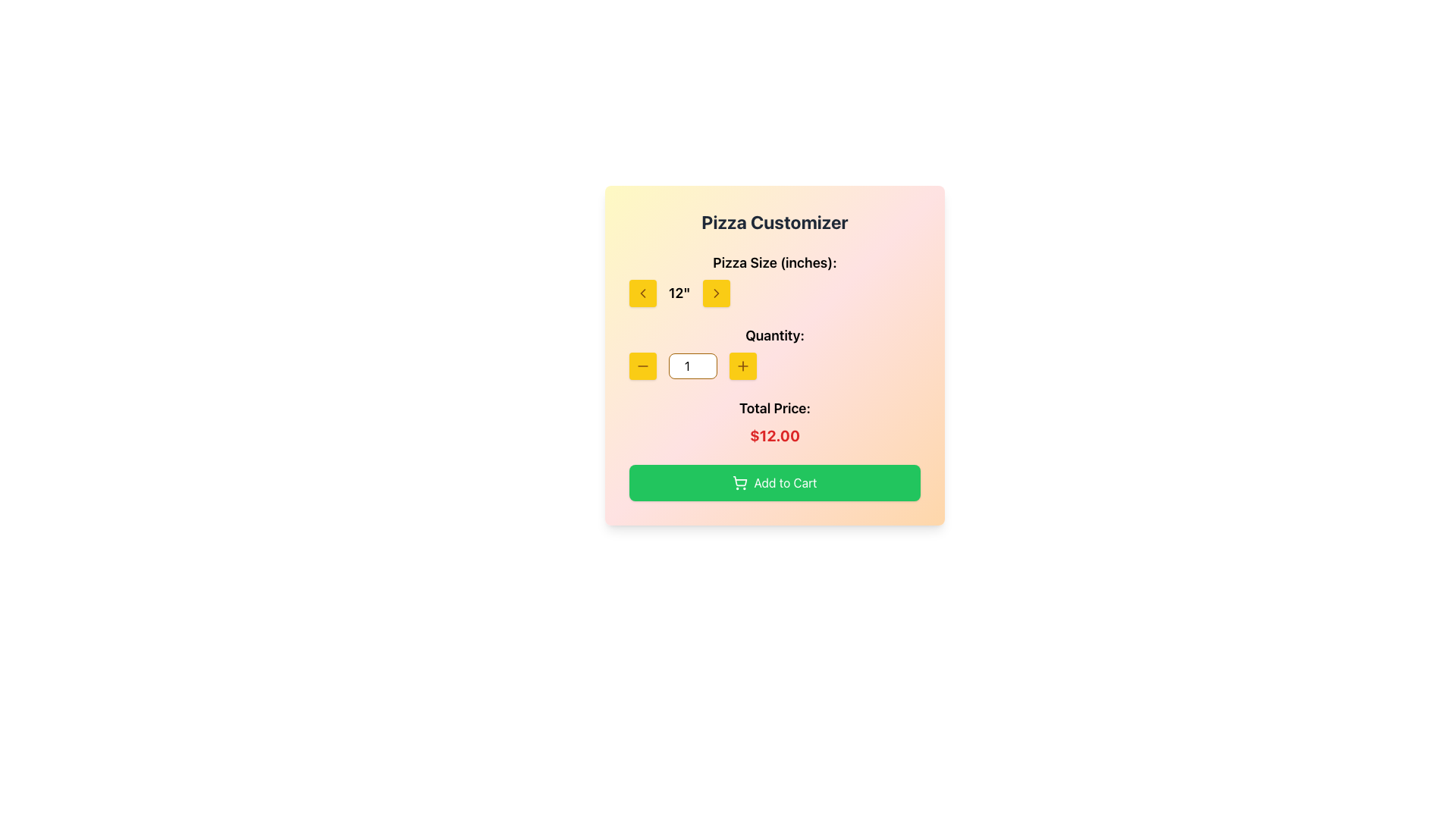 The height and width of the screenshot is (819, 1456). I want to click on the yellow button with a leftward-pointing chevron icon, so click(643, 293).